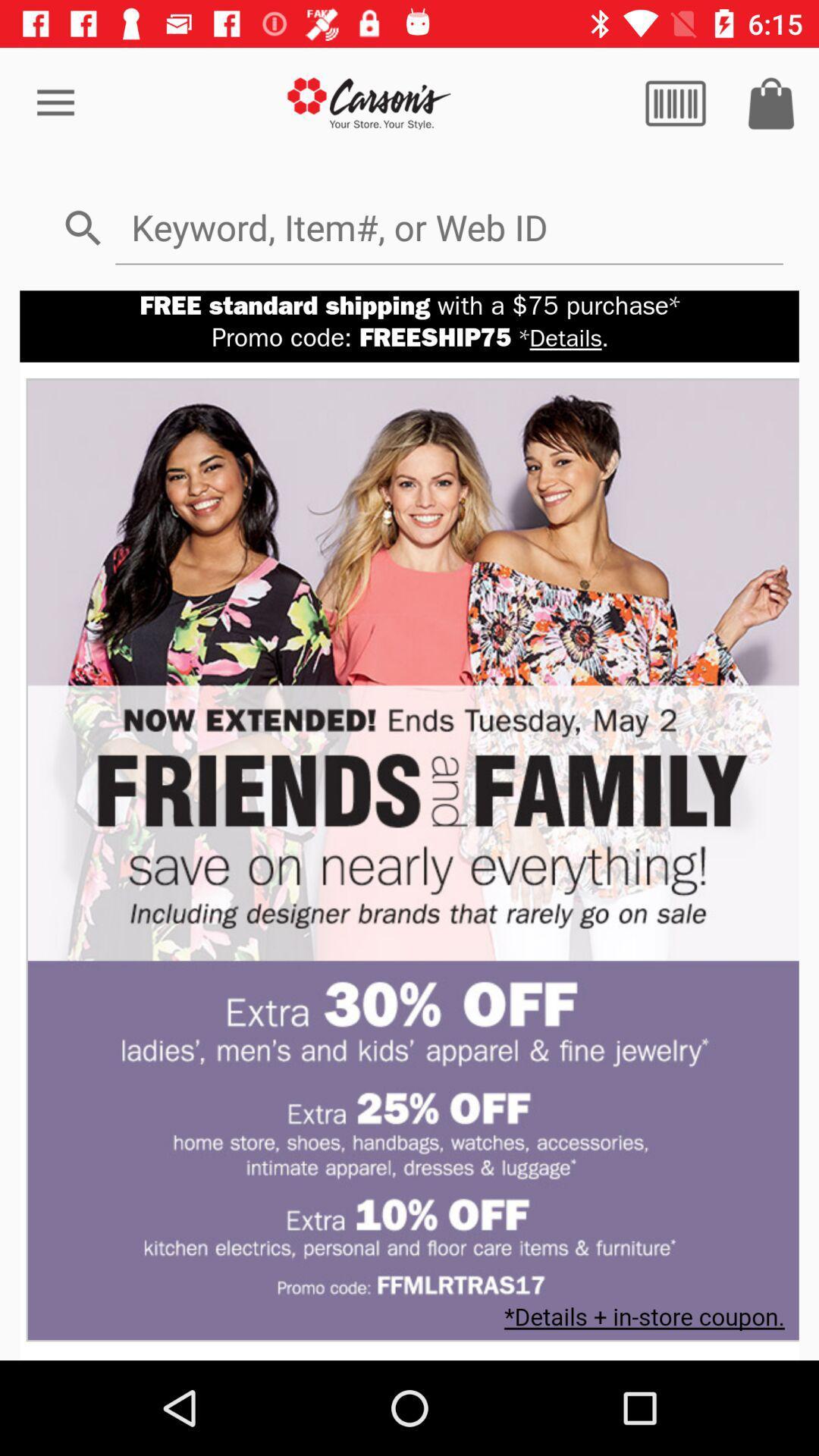  I want to click on viwe, so click(675, 102).